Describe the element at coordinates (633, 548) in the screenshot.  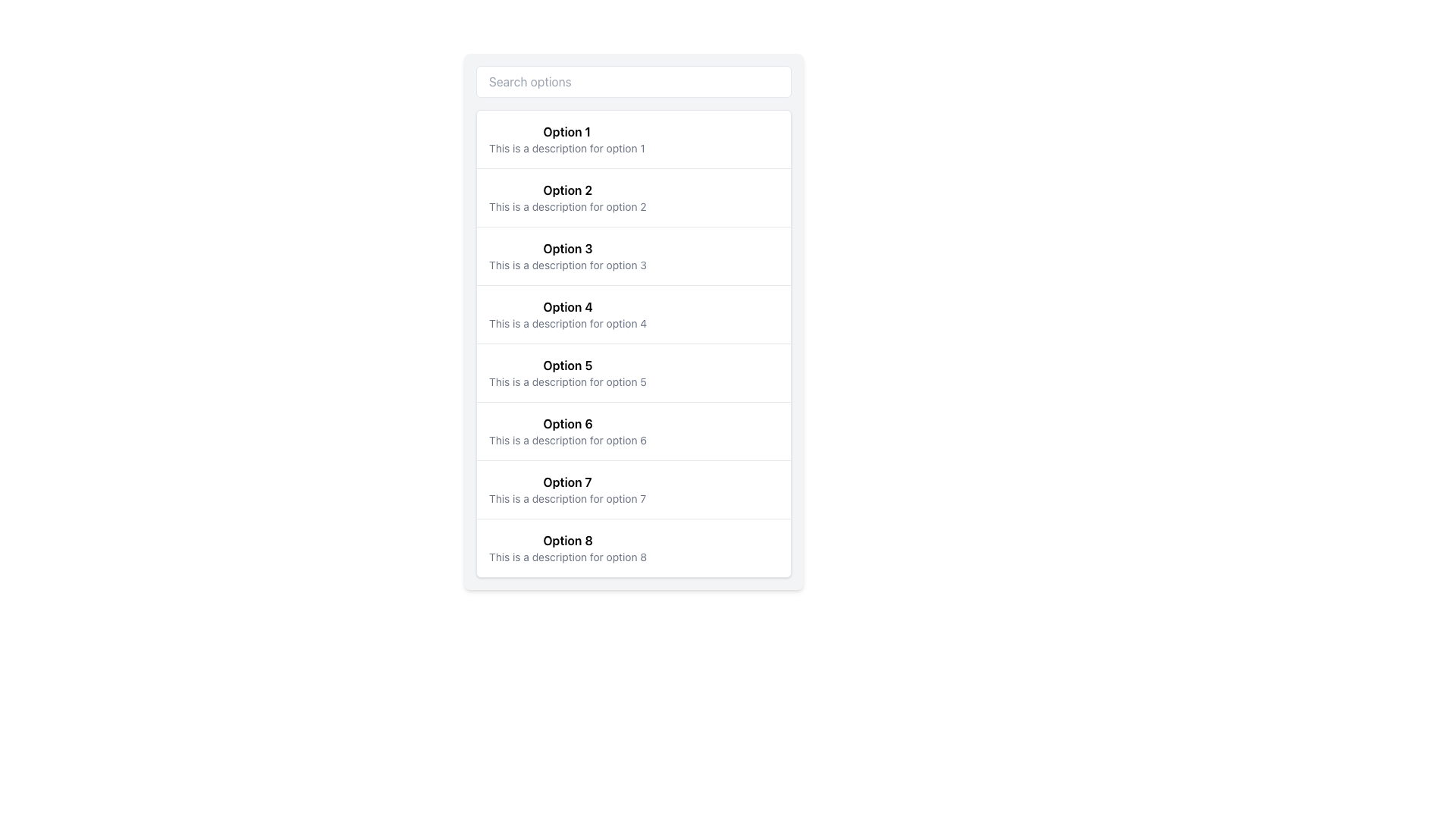
I see `the eighth list item labeled 'Option 8'` at that location.